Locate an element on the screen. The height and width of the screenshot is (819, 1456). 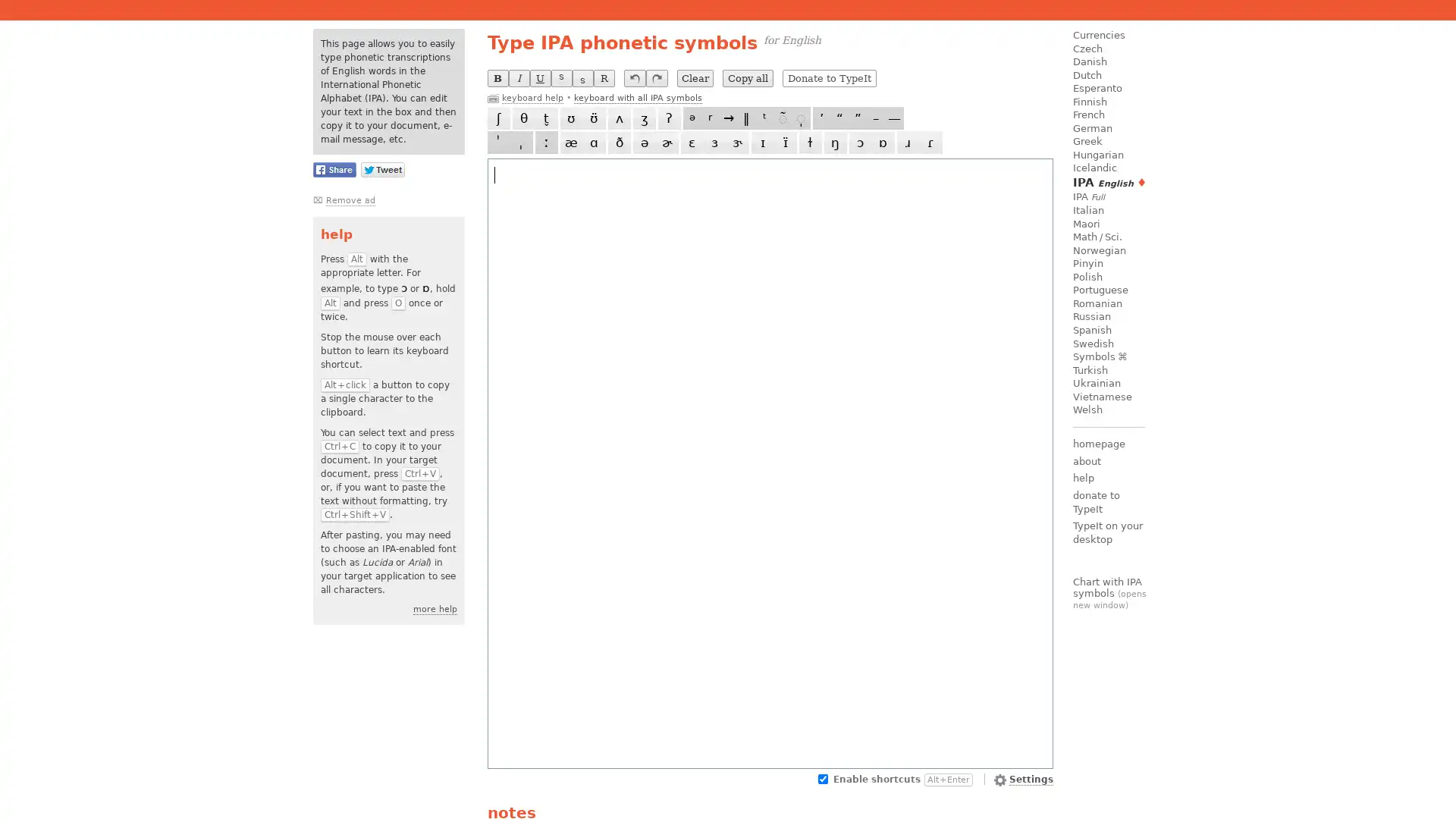
Alt+. [period] / Alt+; / Alt+Shift+F is located at coordinates (546, 141).